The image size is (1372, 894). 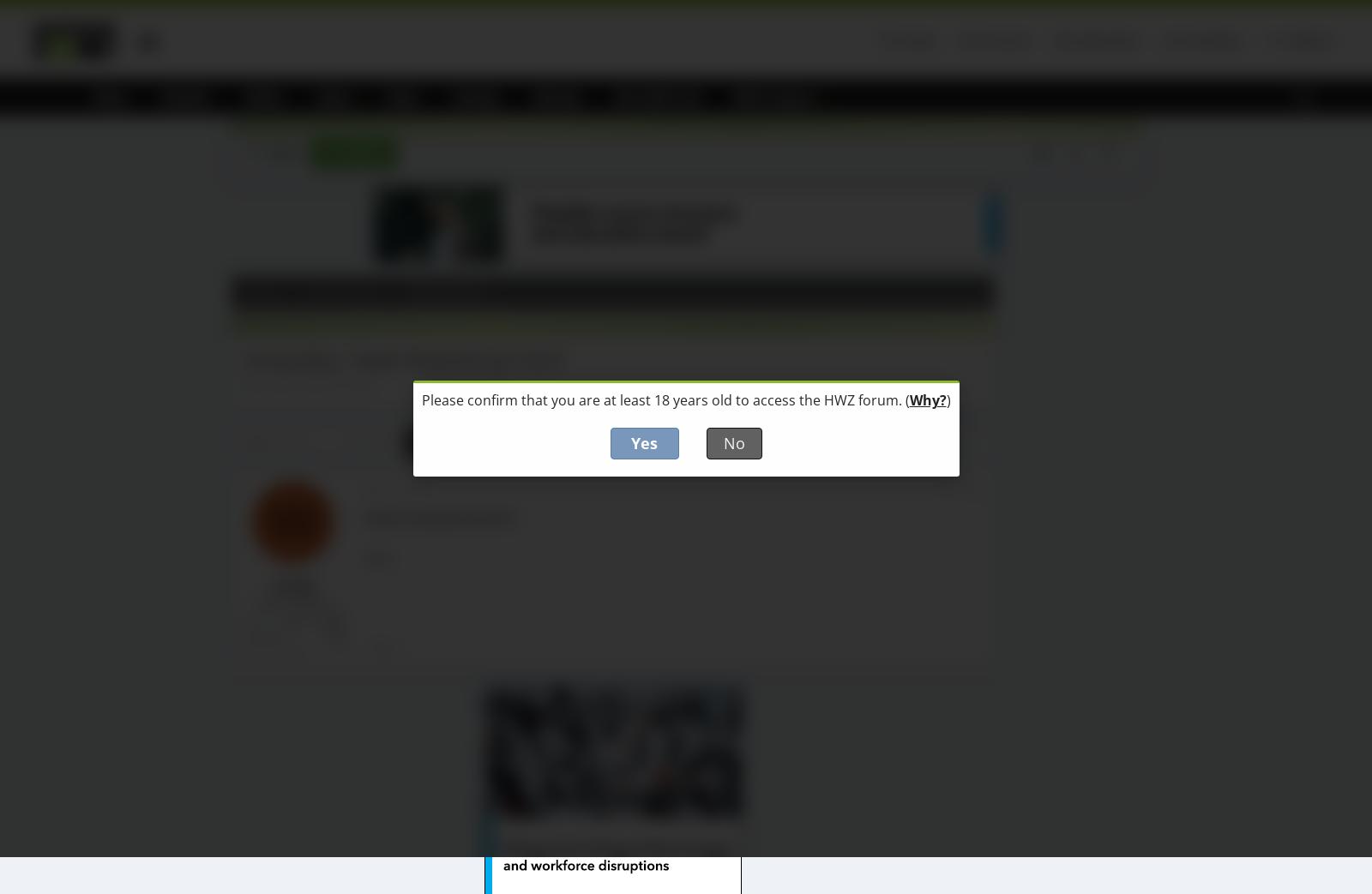 What do you see at coordinates (557, 96) in the screenshot?
I see `'Lifestyle'` at bounding box center [557, 96].